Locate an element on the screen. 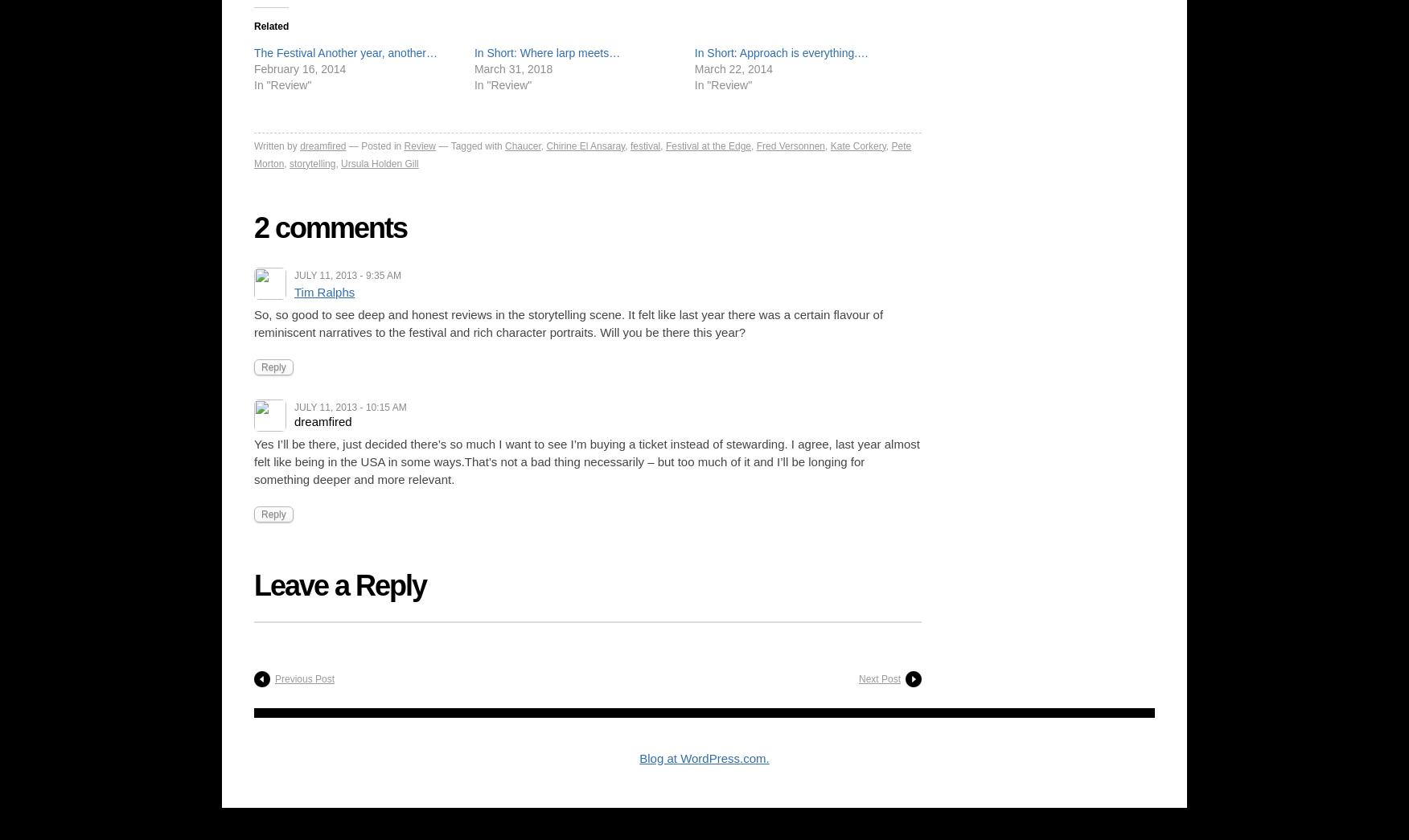 This screenshot has width=1409, height=840. 'Tim Ralphs' is located at coordinates (323, 290).